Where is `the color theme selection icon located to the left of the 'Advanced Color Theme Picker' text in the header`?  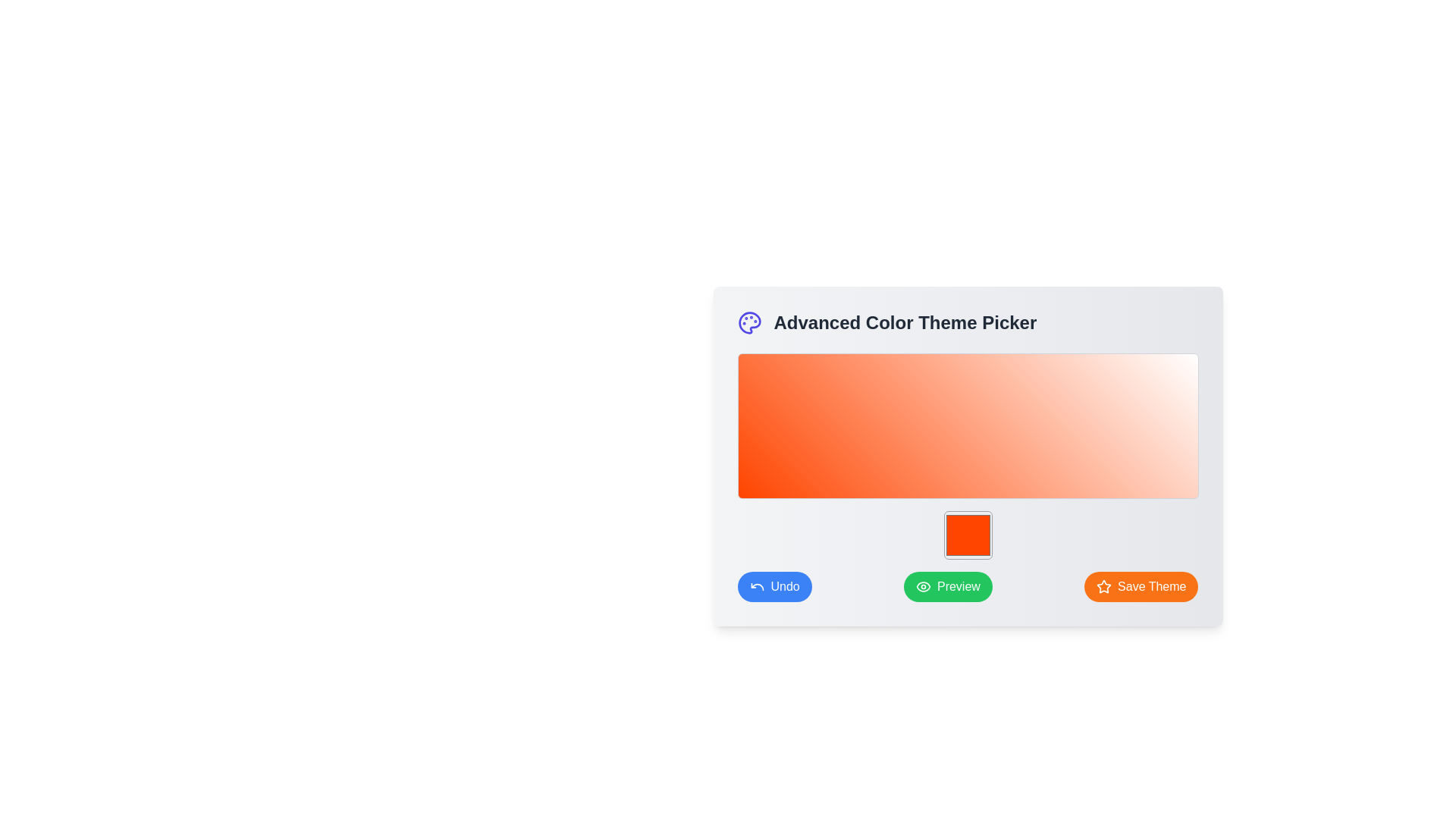
the color theme selection icon located to the left of the 'Advanced Color Theme Picker' text in the header is located at coordinates (749, 322).